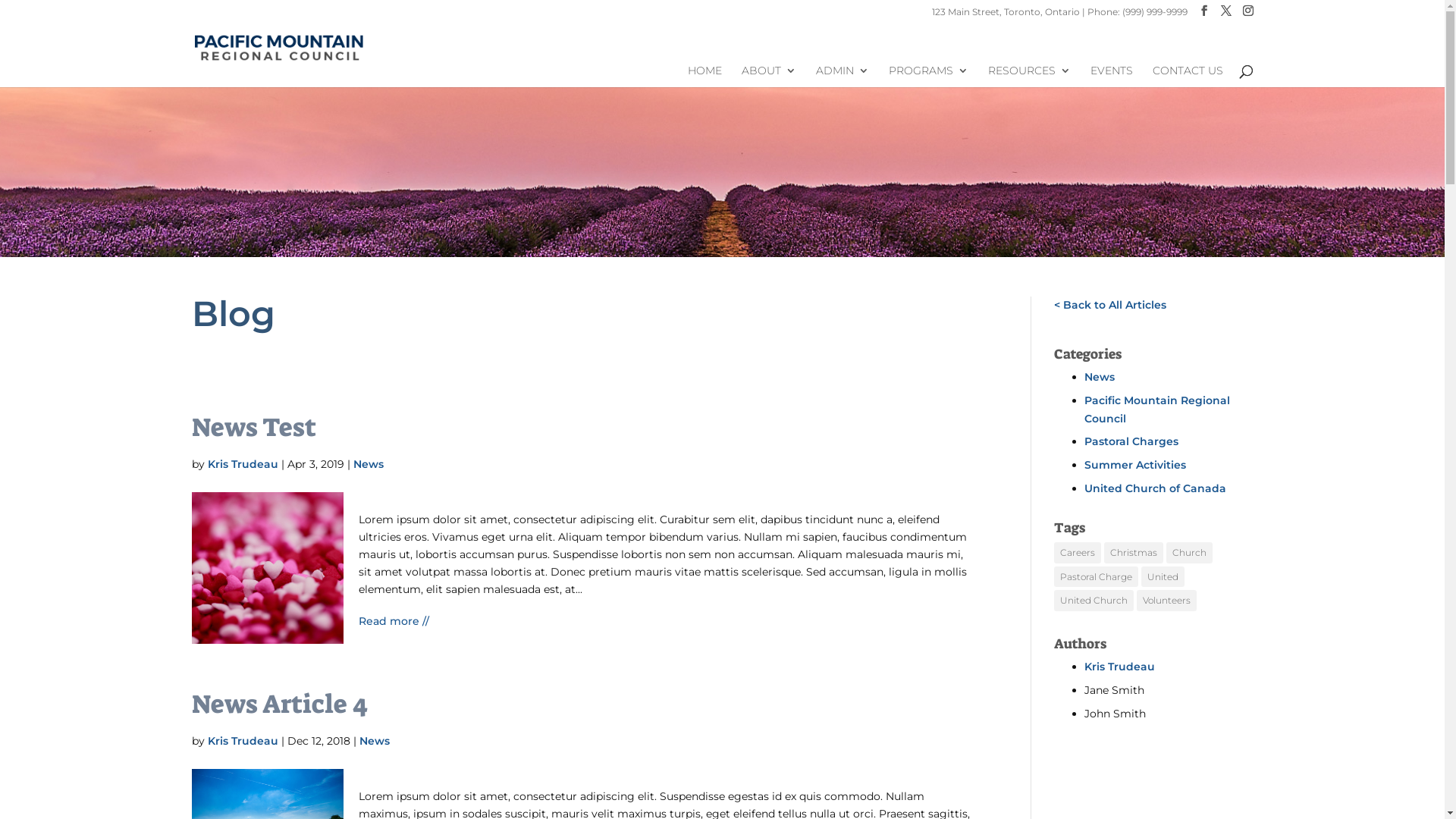 This screenshot has width=1456, height=819. What do you see at coordinates (253, 427) in the screenshot?
I see `'News Test'` at bounding box center [253, 427].